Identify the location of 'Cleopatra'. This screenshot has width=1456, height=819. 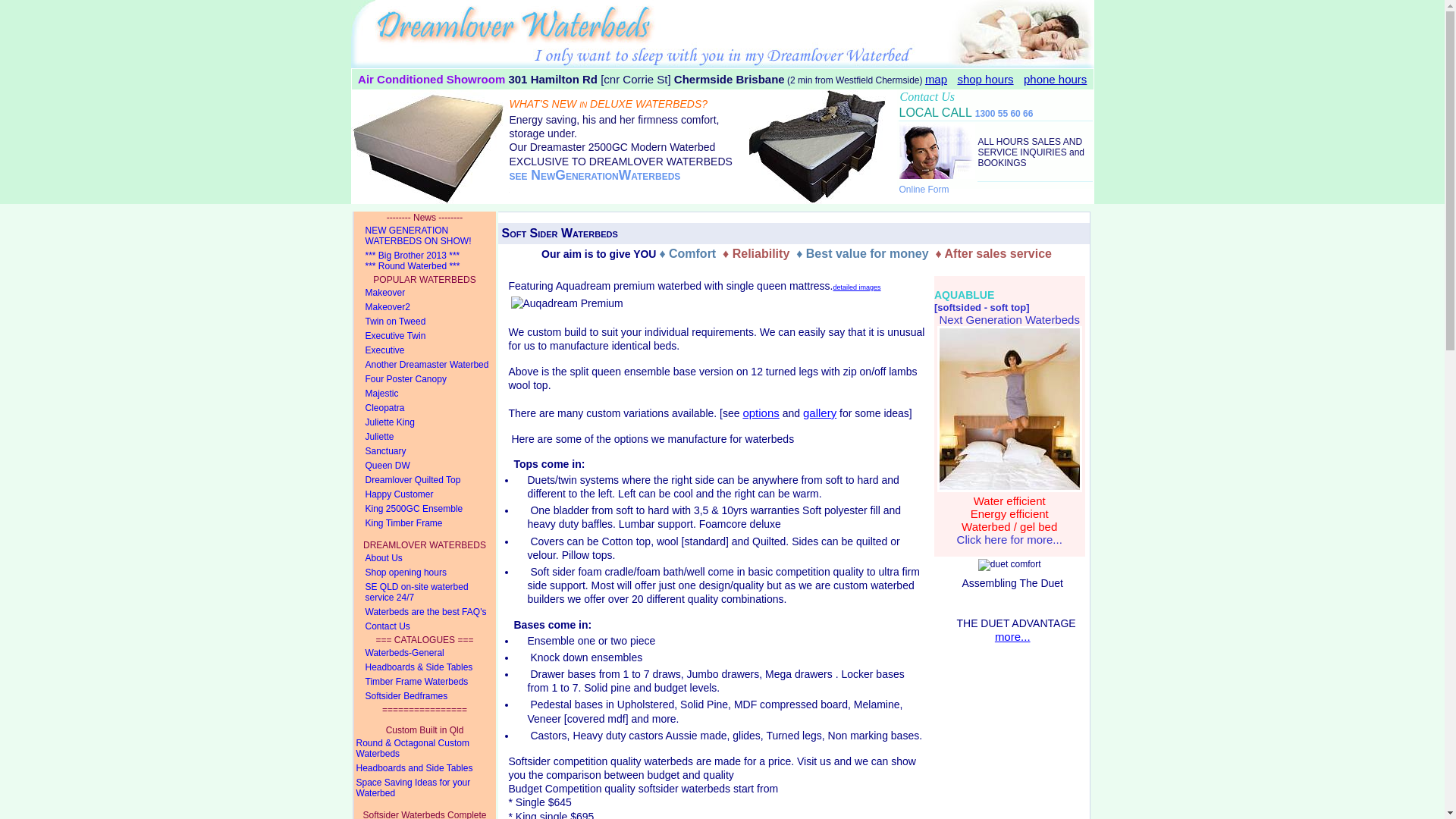
(352, 407).